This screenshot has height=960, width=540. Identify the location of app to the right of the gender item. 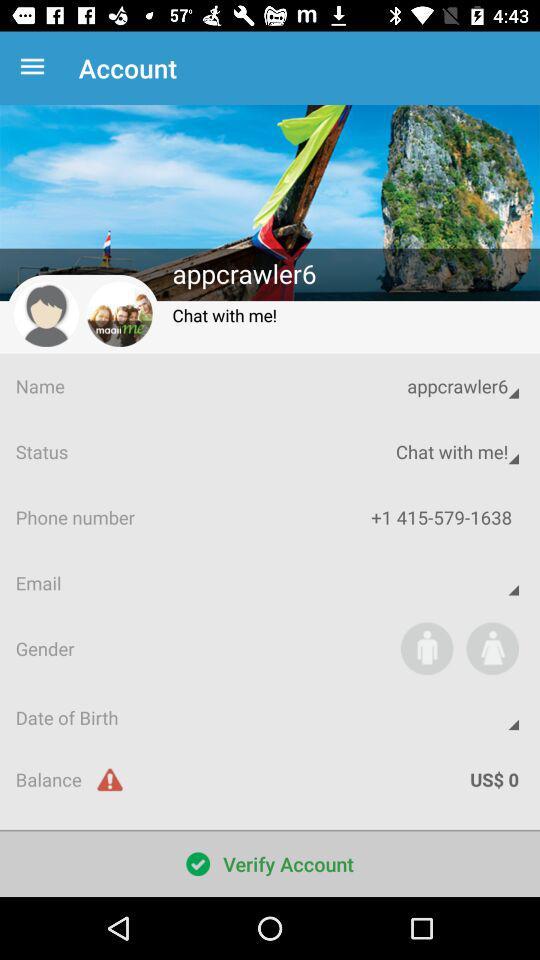
(426, 647).